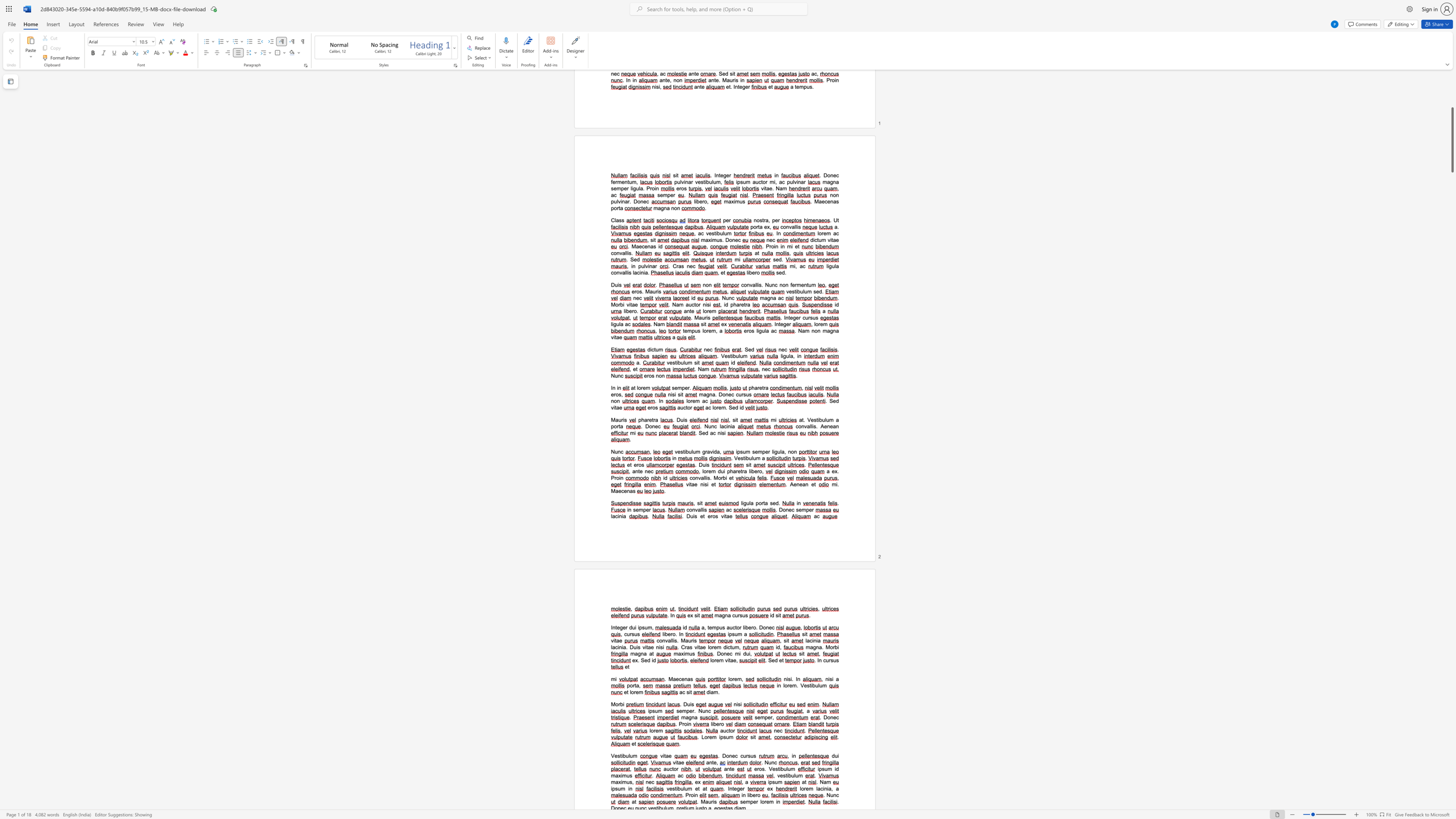 The height and width of the screenshot is (819, 1456). Describe the element at coordinates (650, 471) in the screenshot. I see `the space between the continuous character "e" and "c" in the text` at that location.